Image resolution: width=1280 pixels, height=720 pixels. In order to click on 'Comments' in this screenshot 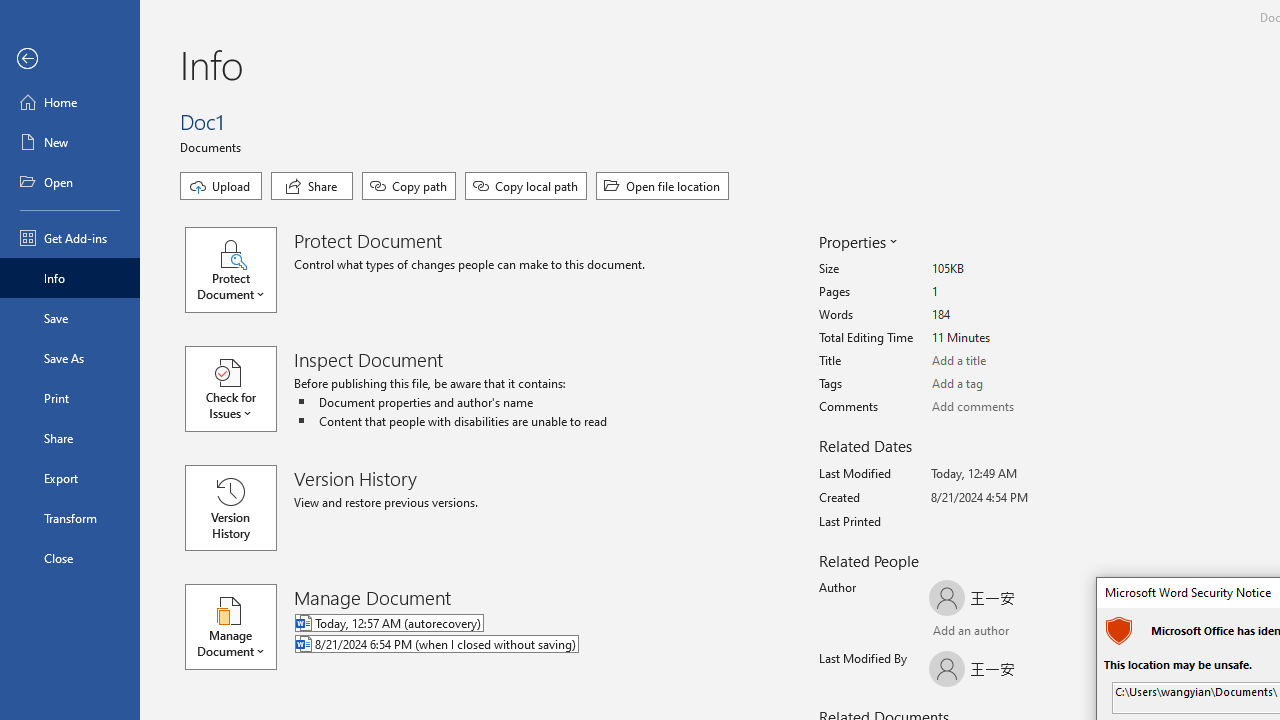, I will do `click(1006, 406)`.